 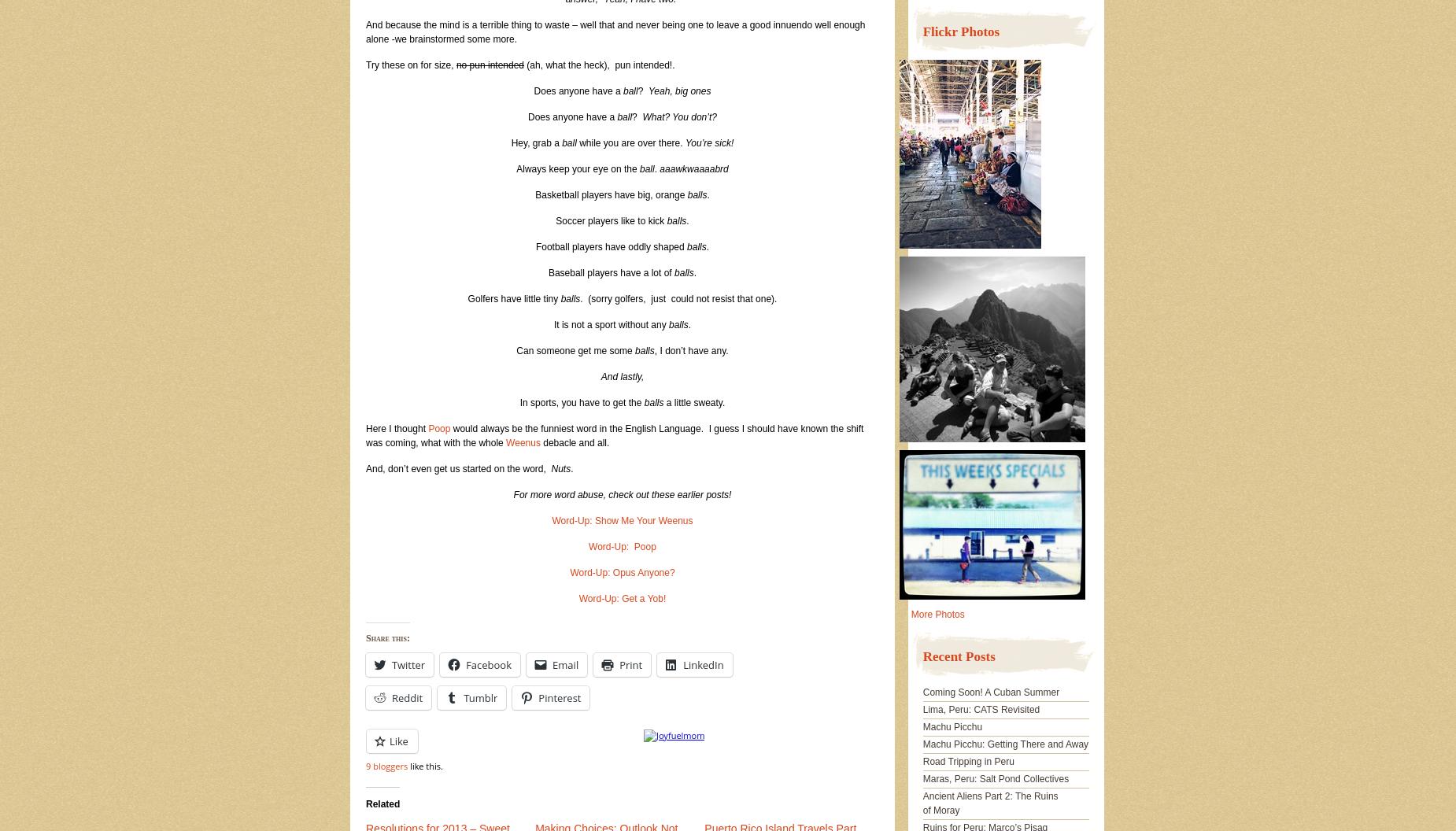 I want to click on 'would always be the funniest word in the English Language.  I guess I should have known the shift was coming, what with the whole', so click(x=615, y=435).